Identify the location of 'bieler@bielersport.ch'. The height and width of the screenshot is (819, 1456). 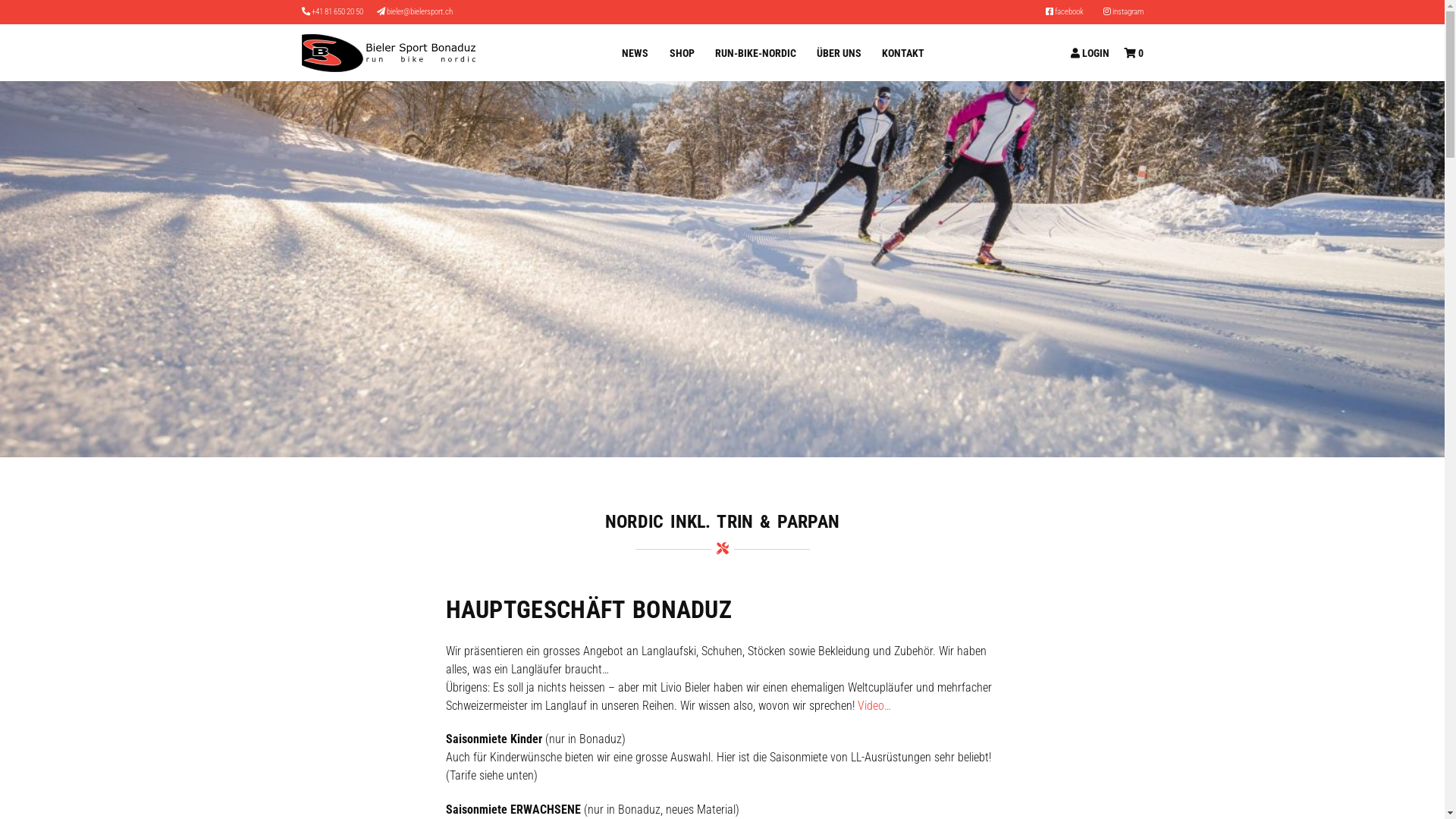
(419, 11).